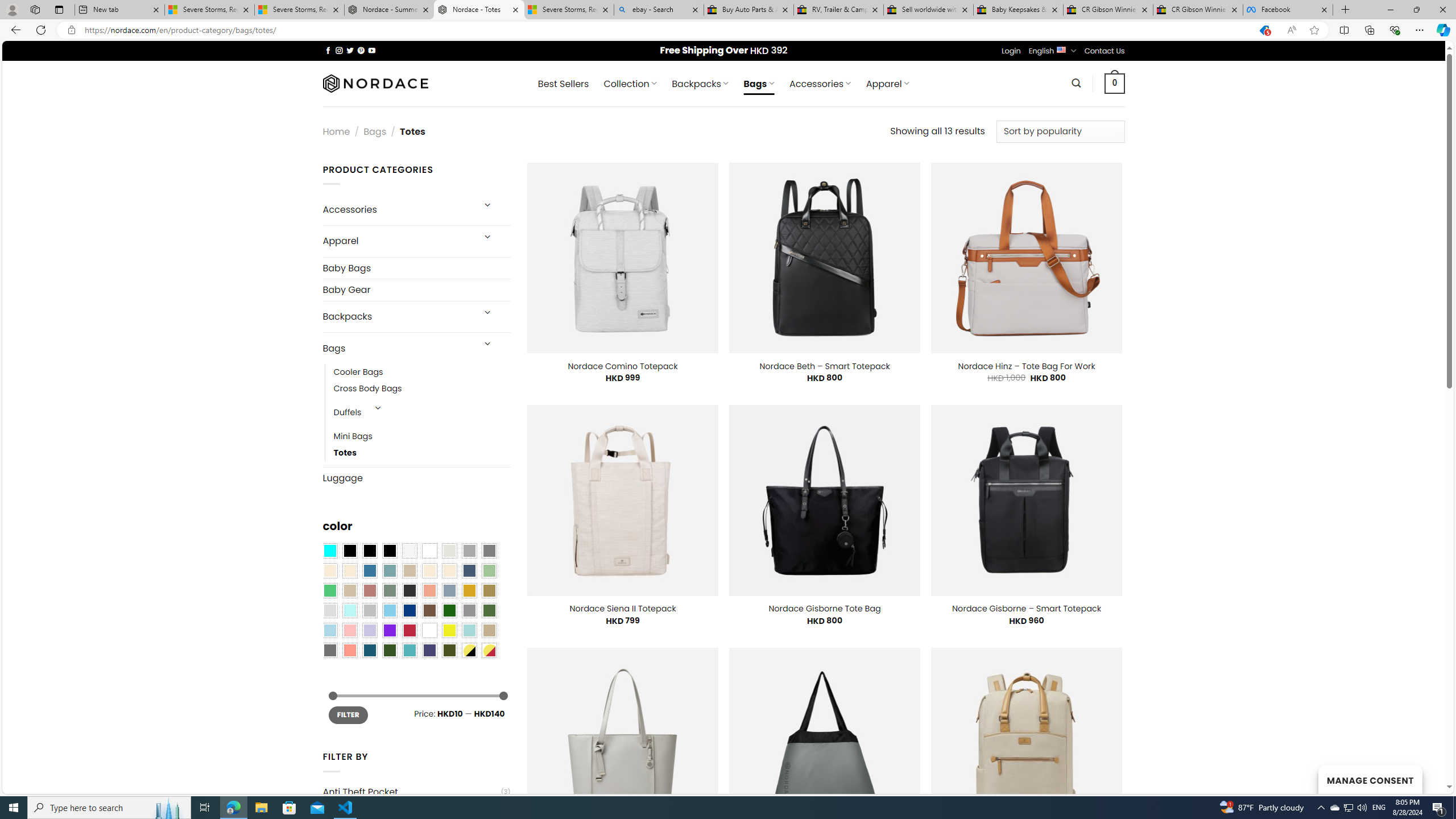  I want to click on 'RV, Trailer & Camper Steps & Ladders for sale | eBay', so click(838, 9).